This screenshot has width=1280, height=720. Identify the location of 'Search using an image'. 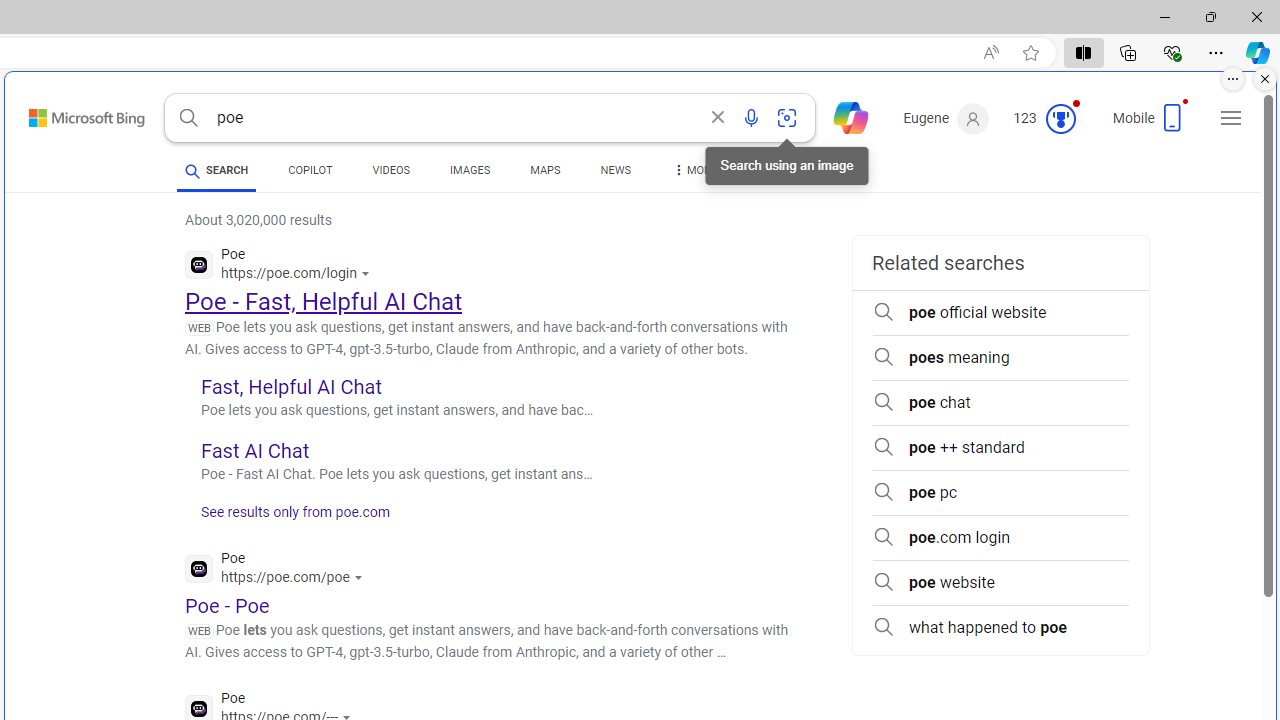
(786, 118).